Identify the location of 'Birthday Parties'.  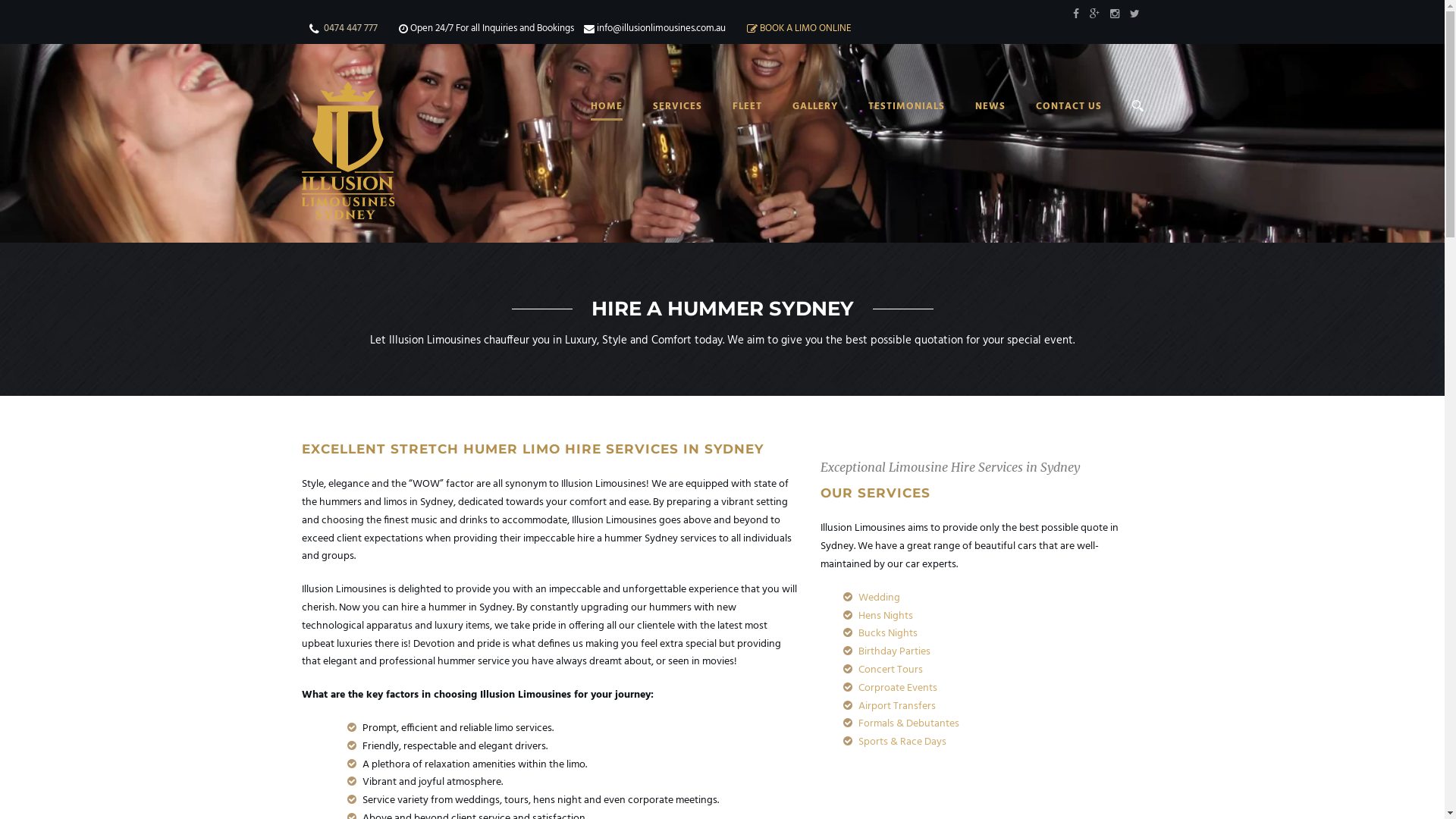
(894, 651).